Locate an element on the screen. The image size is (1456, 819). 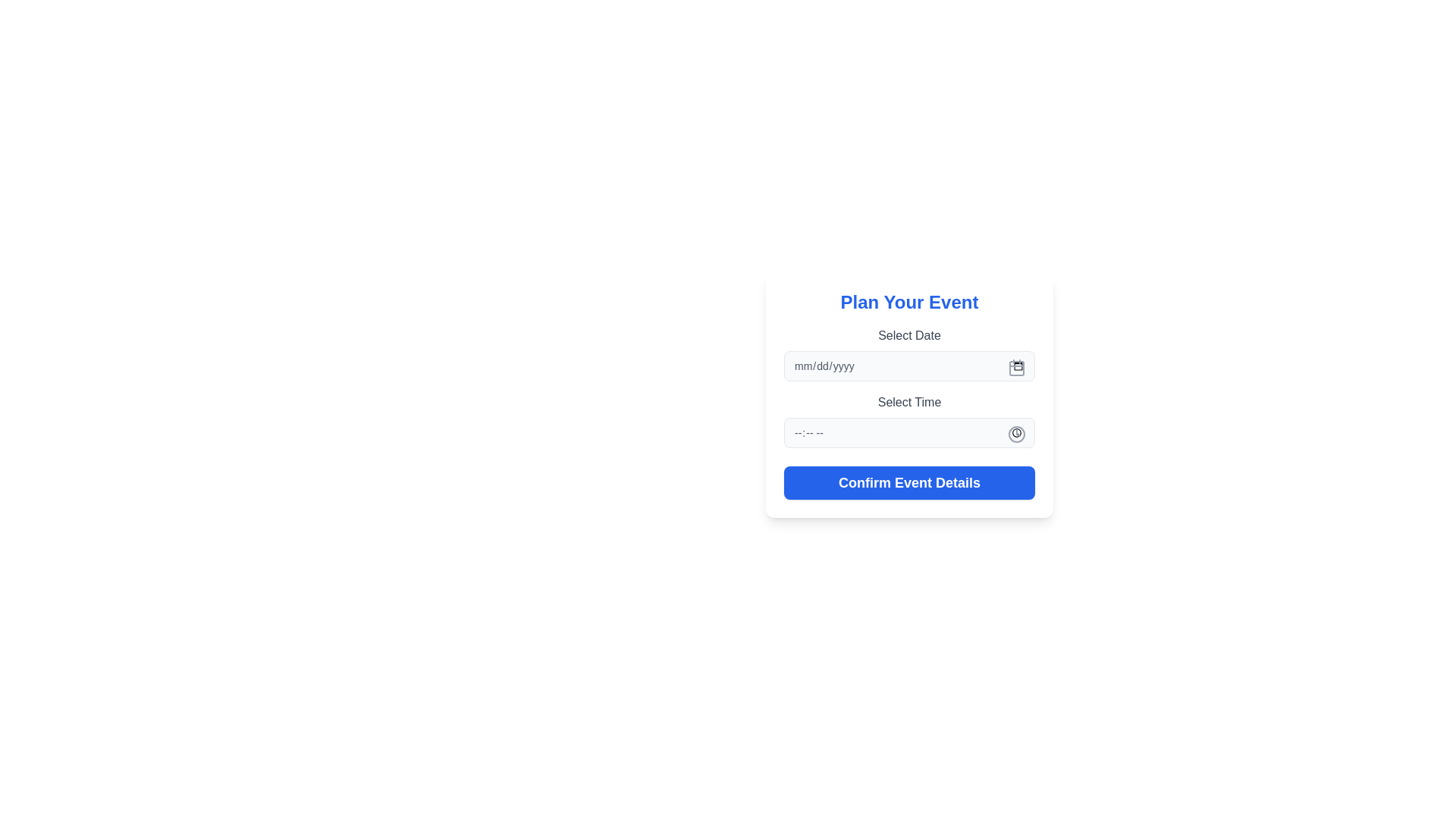
the small square with rounded corners located within the calendar icon next to the 'Select Date' field is located at coordinates (1016, 369).